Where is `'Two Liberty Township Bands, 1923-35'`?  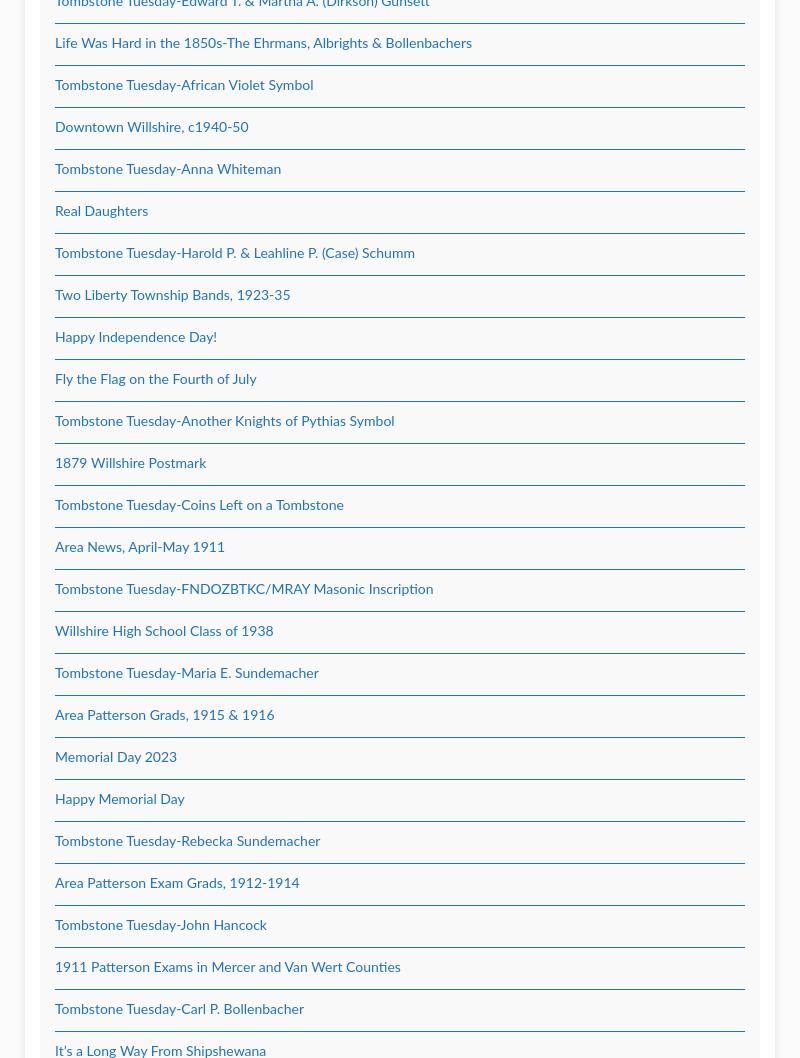 'Two Liberty Township Bands, 1923-35' is located at coordinates (171, 295).